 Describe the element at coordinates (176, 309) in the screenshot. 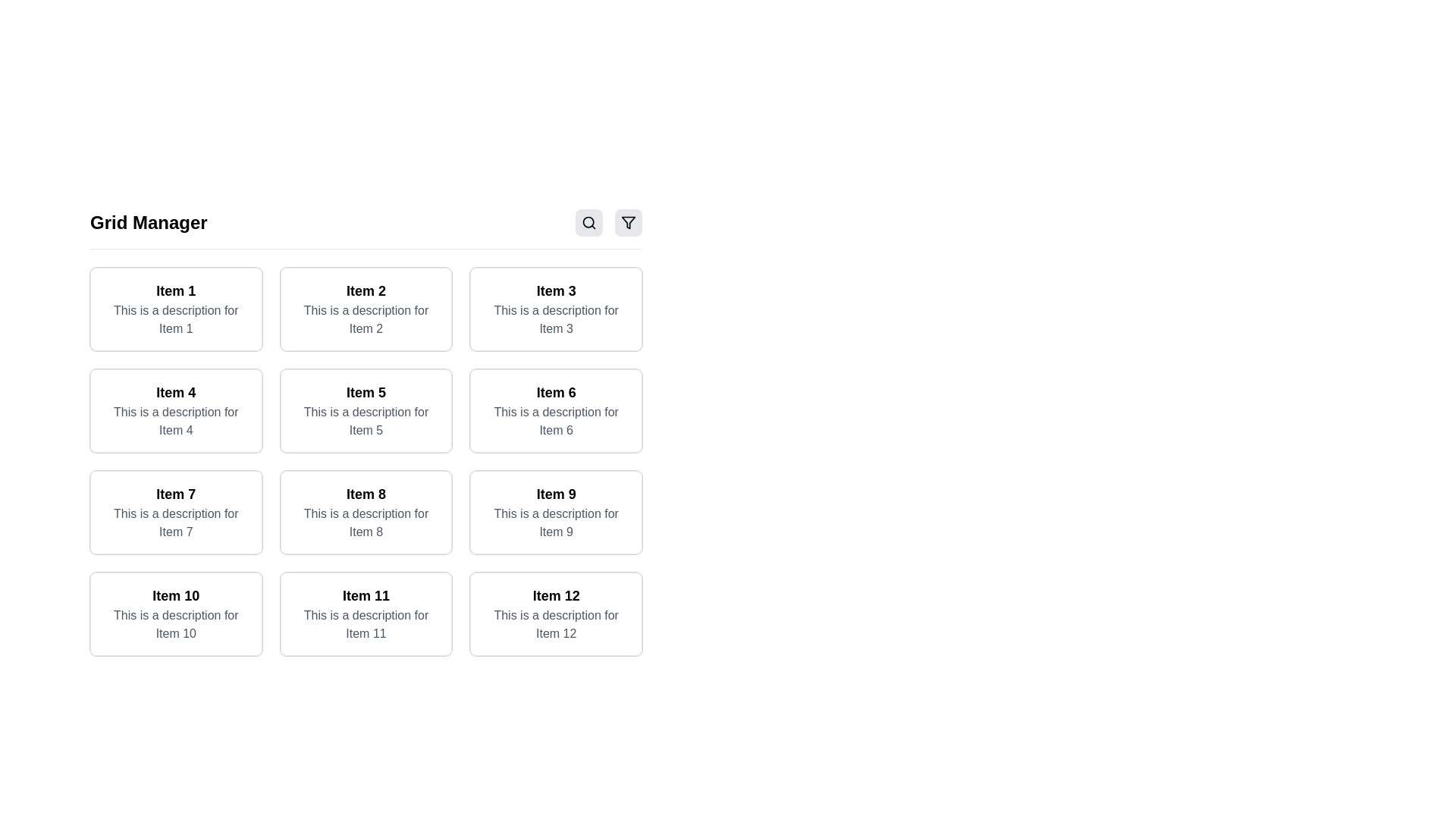

I see `the first card in the grid layout that displays 'Item 1' with its title and description` at that location.